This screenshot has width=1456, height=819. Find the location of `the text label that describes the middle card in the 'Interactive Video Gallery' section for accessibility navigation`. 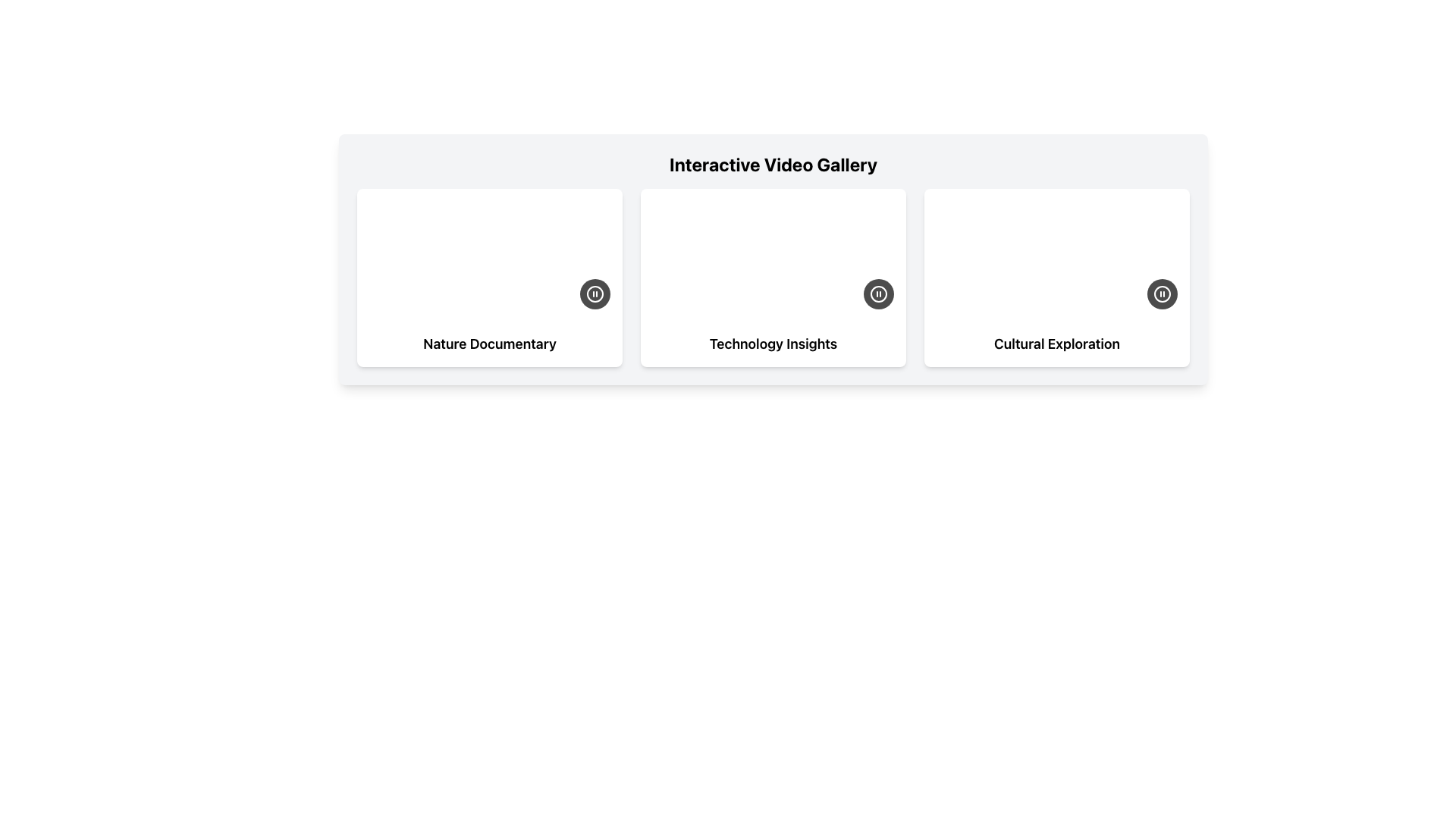

the text label that describes the middle card in the 'Interactive Video Gallery' section for accessibility navigation is located at coordinates (773, 344).